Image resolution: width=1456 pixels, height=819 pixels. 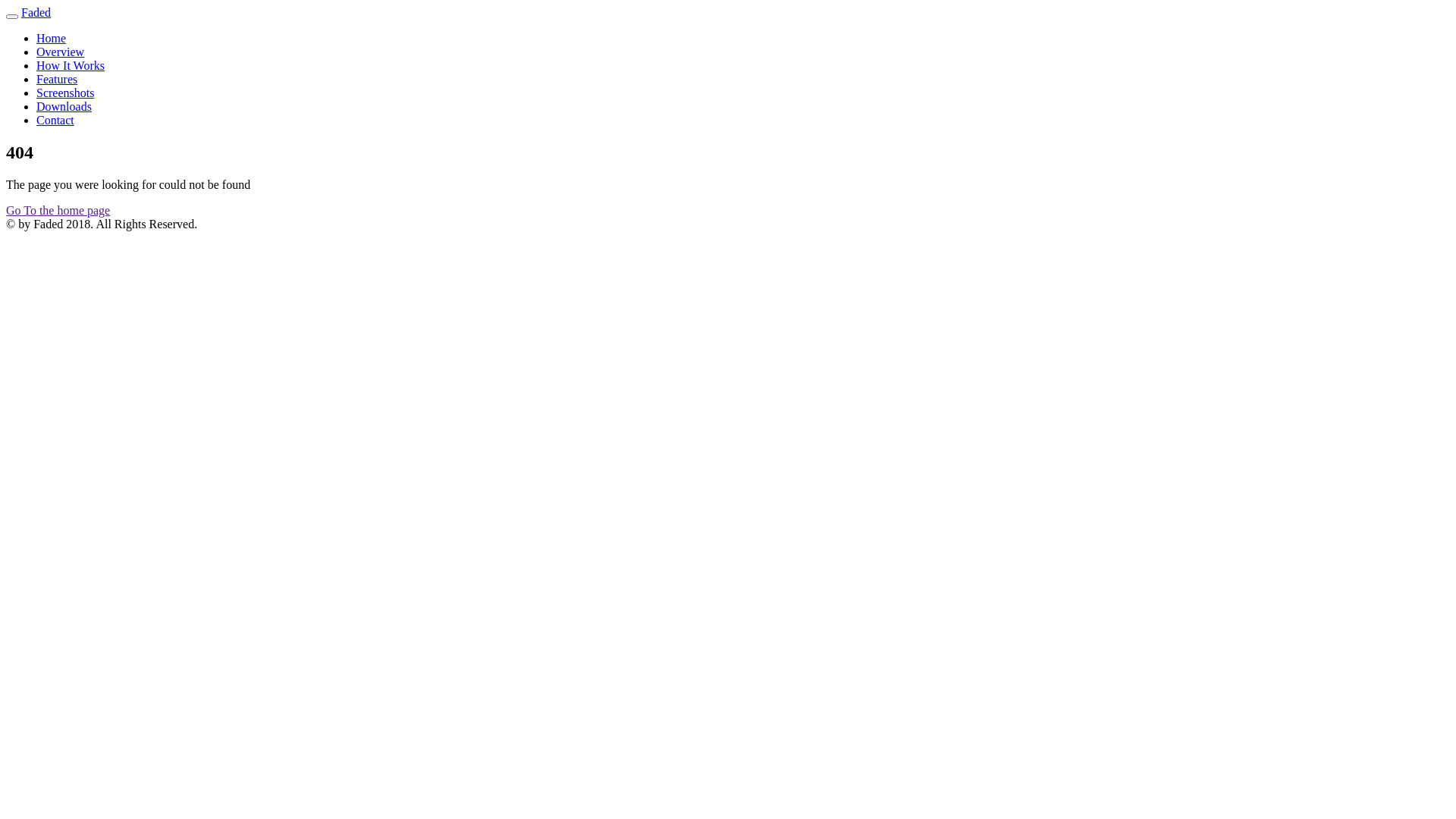 I want to click on 'Faded', so click(x=36, y=12).